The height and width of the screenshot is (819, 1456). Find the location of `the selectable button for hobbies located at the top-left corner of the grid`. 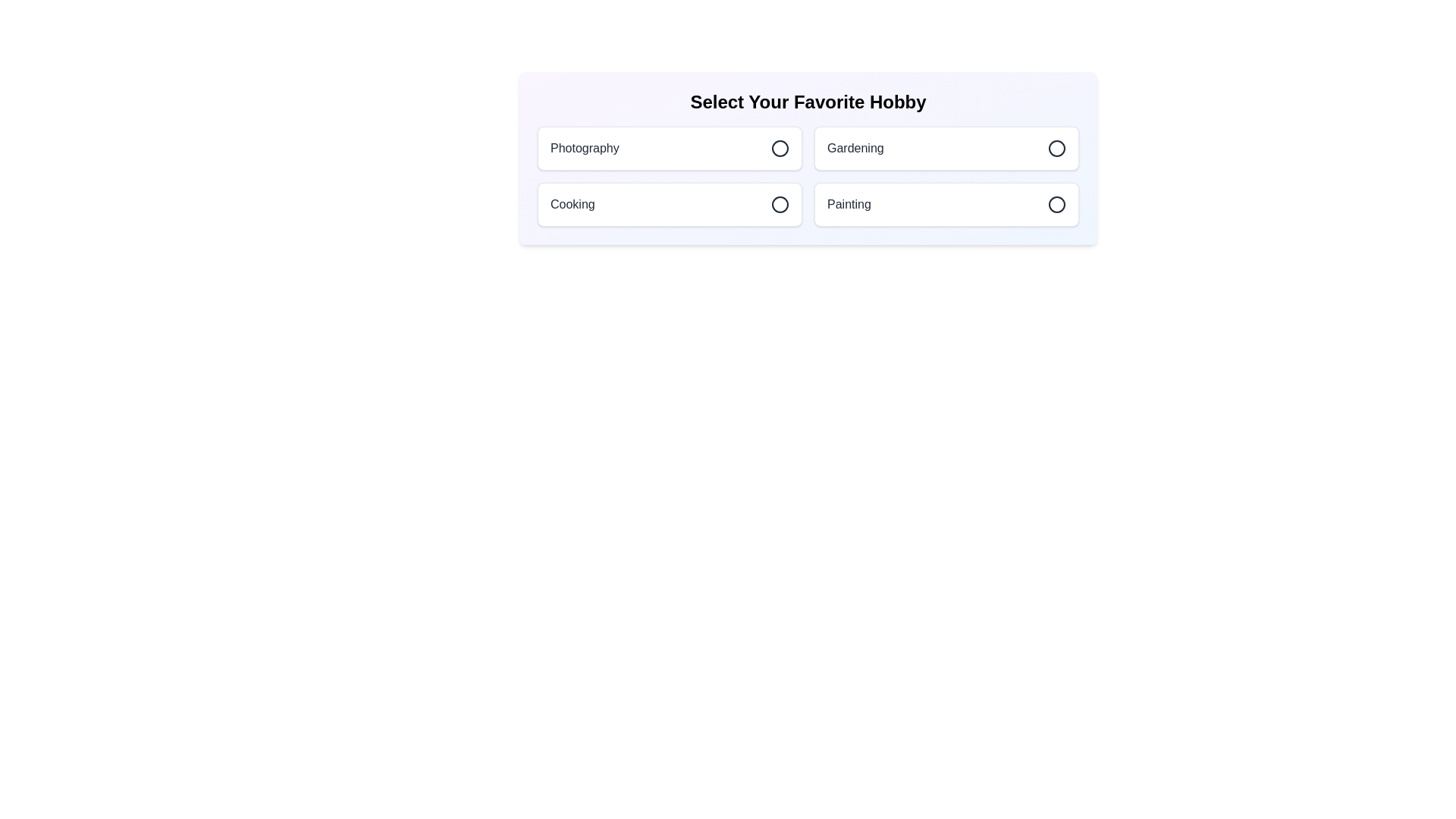

the selectable button for hobbies located at the top-left corner of the grid is located at coordinates (669, 149).